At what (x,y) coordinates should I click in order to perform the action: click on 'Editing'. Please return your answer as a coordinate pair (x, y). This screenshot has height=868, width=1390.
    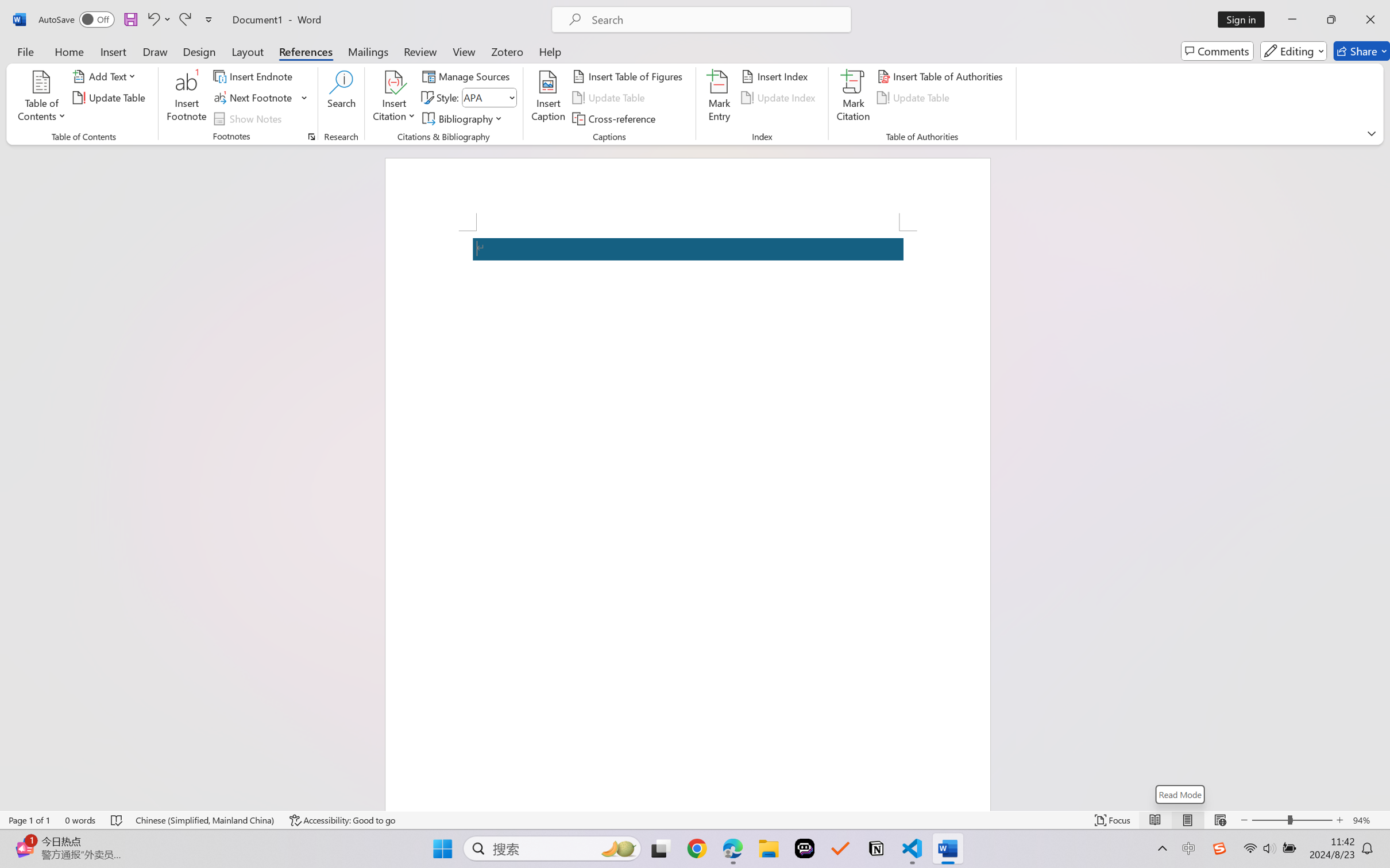
    Looking at the image, I should click on (1294, 51).